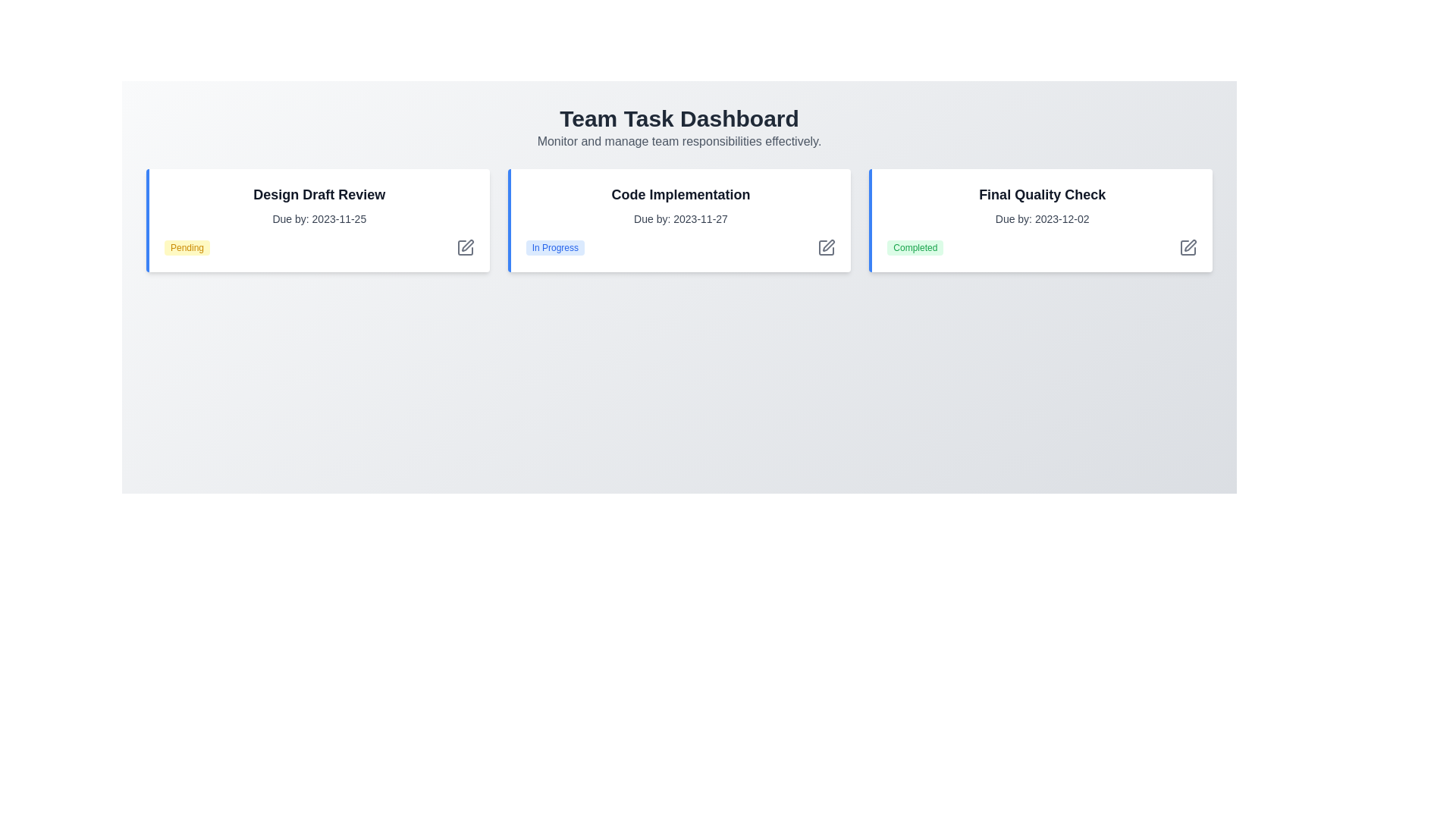 The image size is (1456, 819). What do you see at coordinates (554, 247) in the screenshot?
I see `the 'In Progress' text label, which is a small rectangular label with rounded edges, displaying the text in blue on a light blue background, located in the 'Code Implementation' task card` at bounding box center [554, 247].